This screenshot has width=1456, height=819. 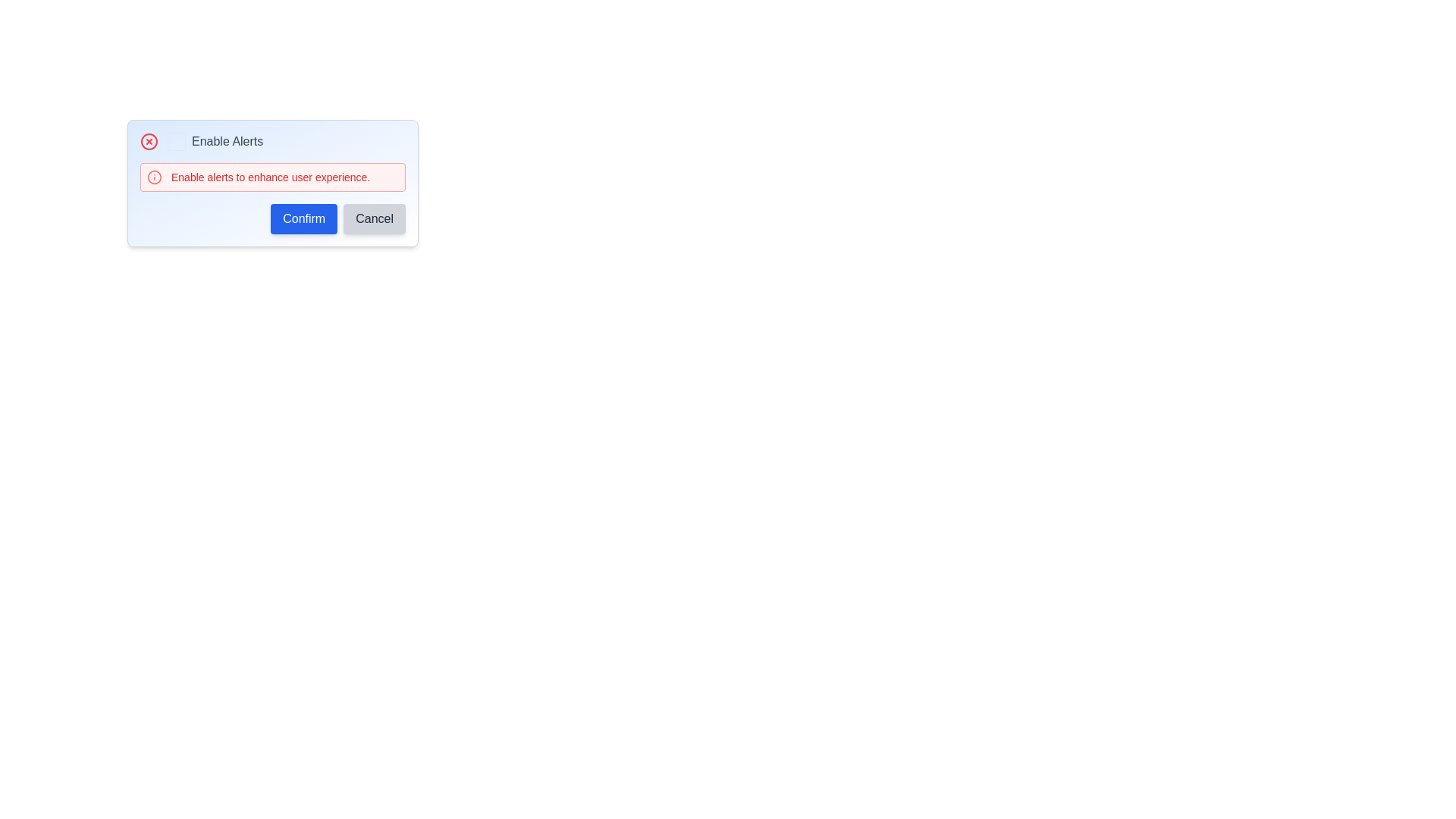 I want to click on the 'Cancel' button, so click(x=375, y=219).